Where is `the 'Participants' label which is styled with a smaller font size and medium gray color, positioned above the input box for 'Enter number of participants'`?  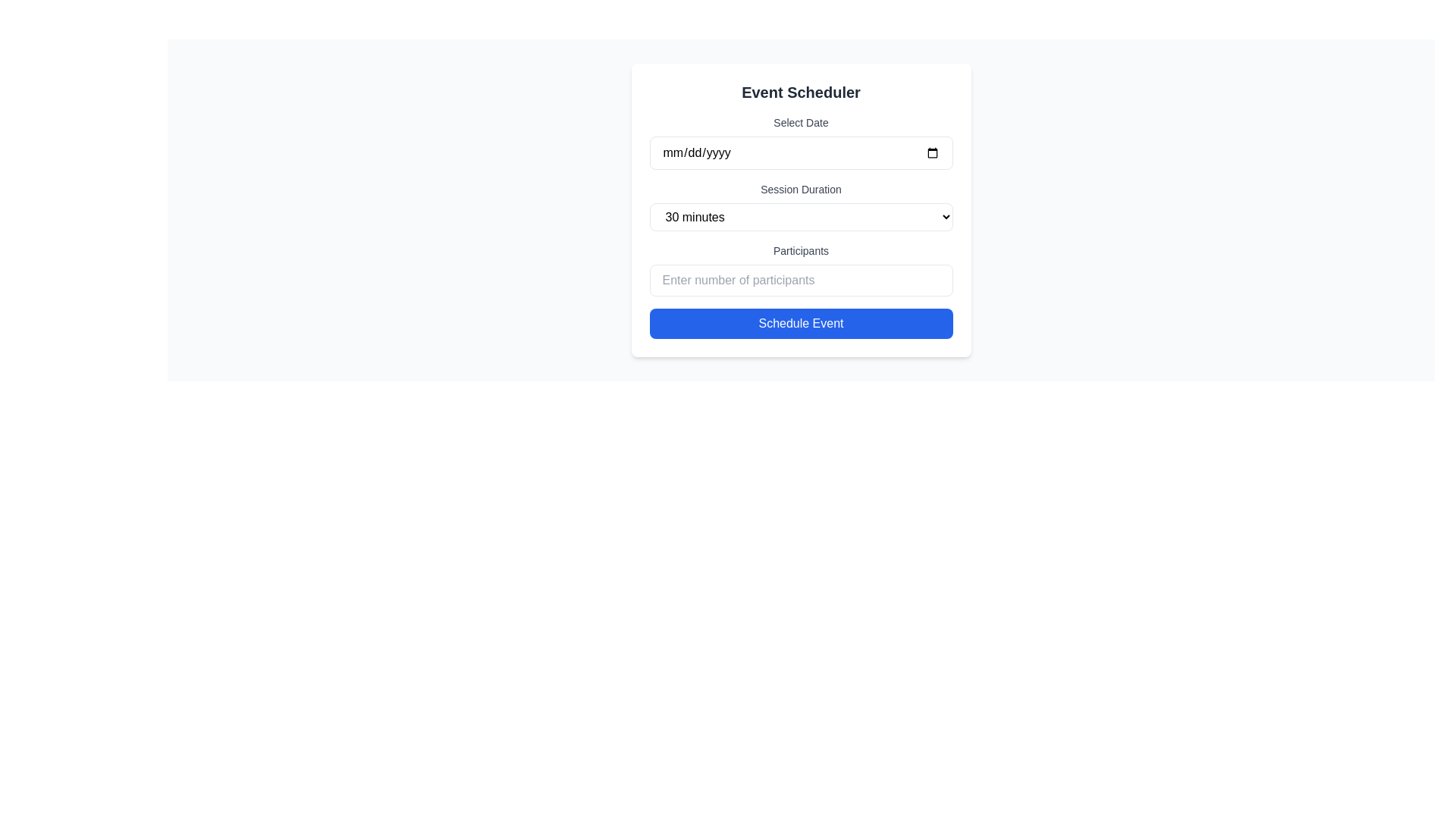 the 'Participants' label which is styled with a smaller font size and medium gray color, positioned above the input box for 'Enter number of participants' is located at coordinates (800, 250).